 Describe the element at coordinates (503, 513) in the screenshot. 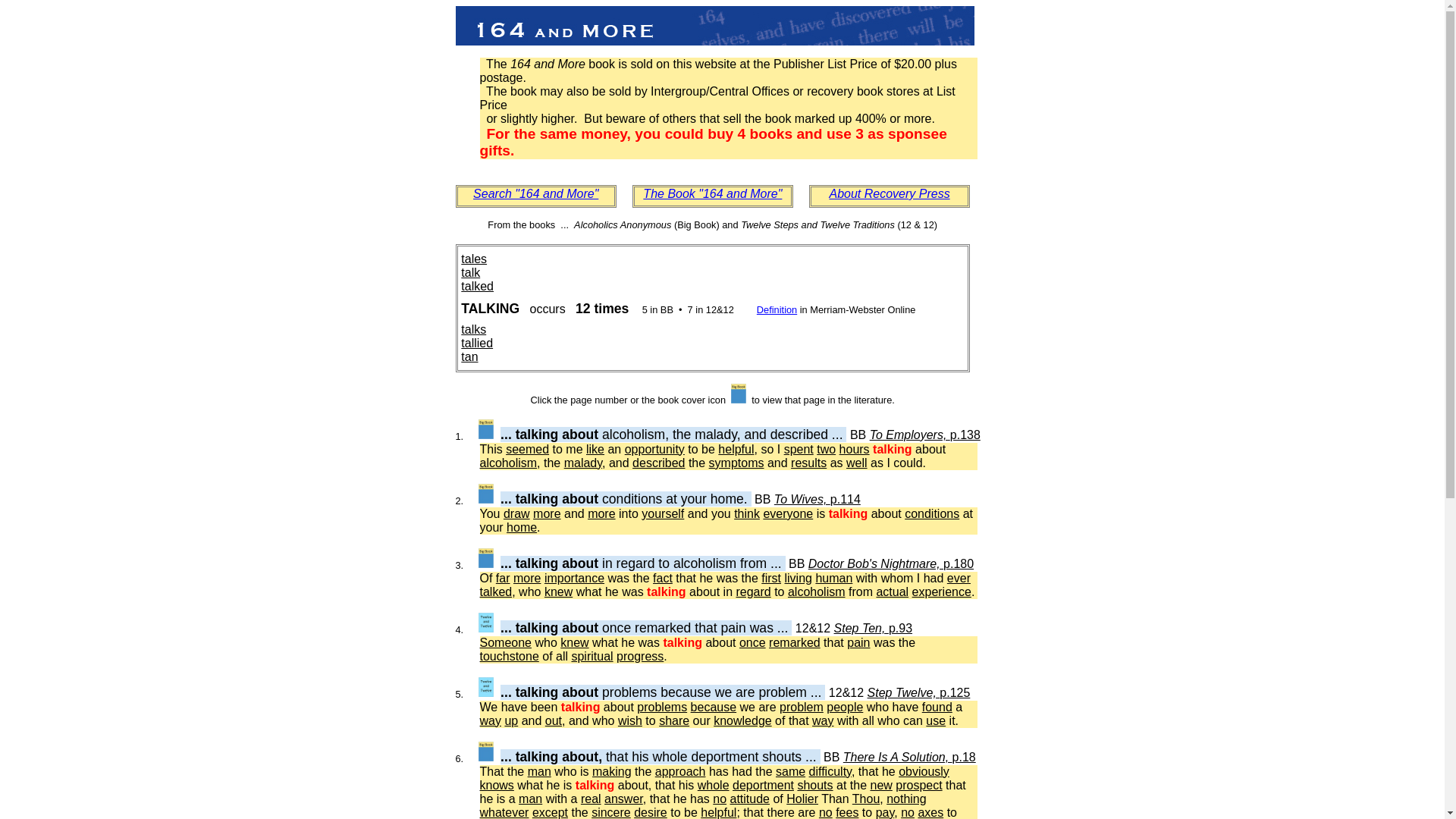

I see `'draw'` at that location.